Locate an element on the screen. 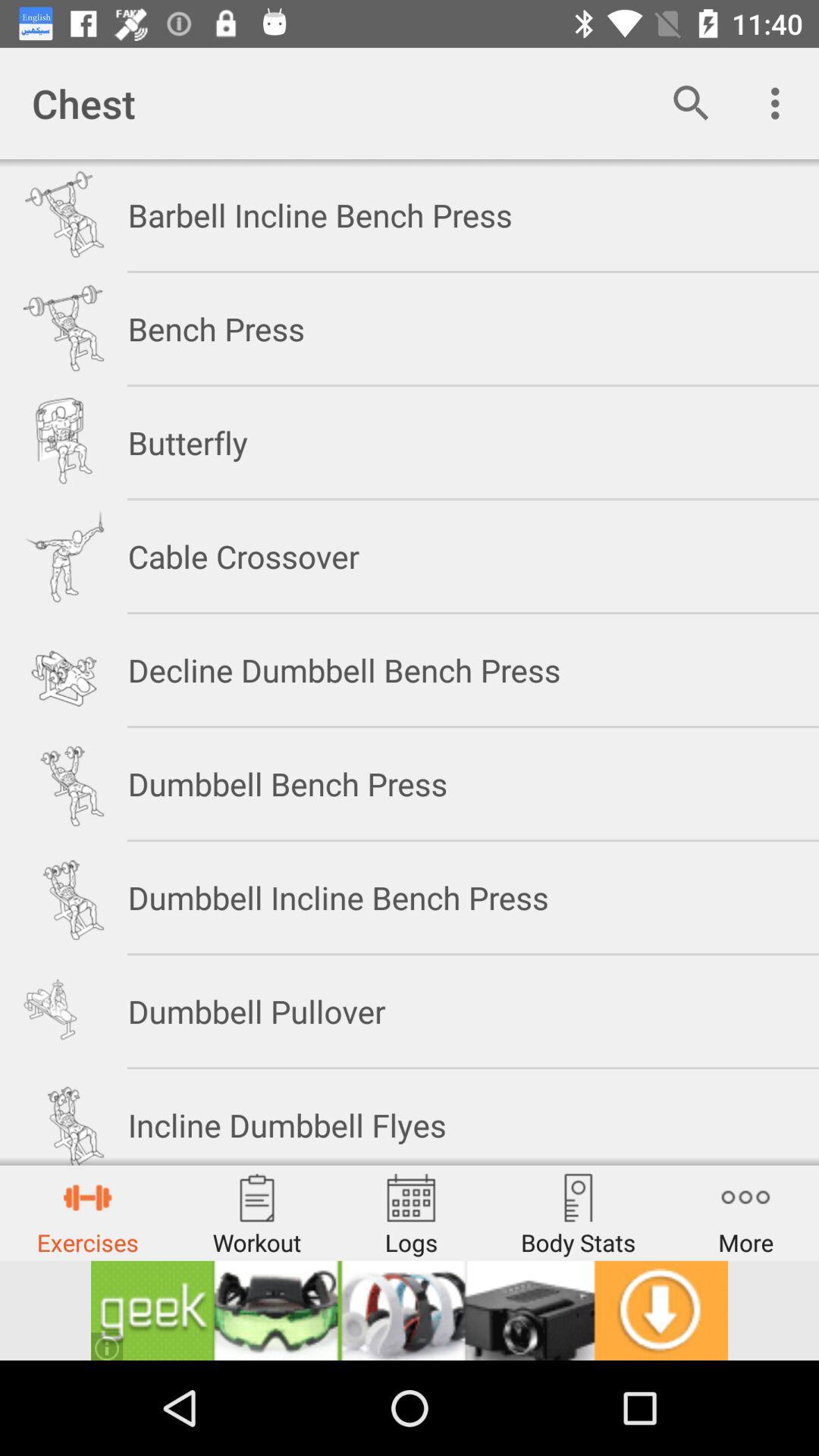 The height and width of the screenshot is (1456, 819). advertisement display is located at coordinates (409, 1310).